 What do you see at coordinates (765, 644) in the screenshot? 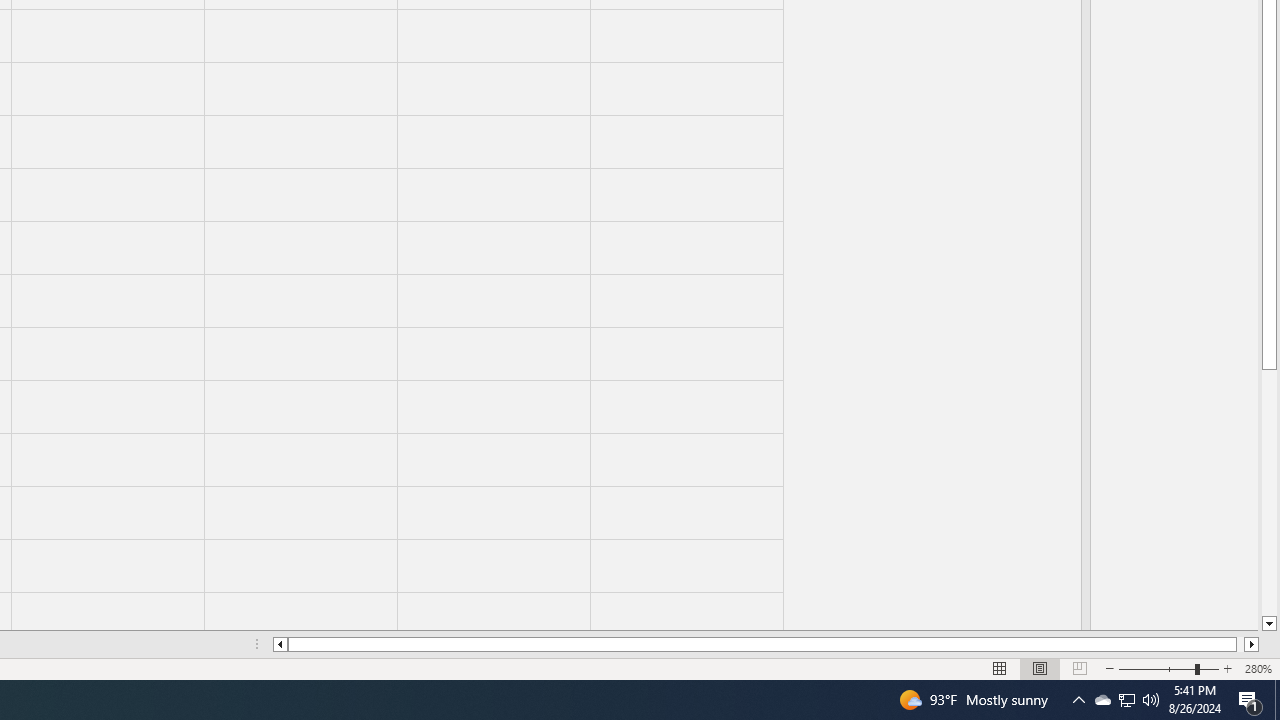
I see `'Class: NetUIScrollBar'` at bounding box center [765, 644].